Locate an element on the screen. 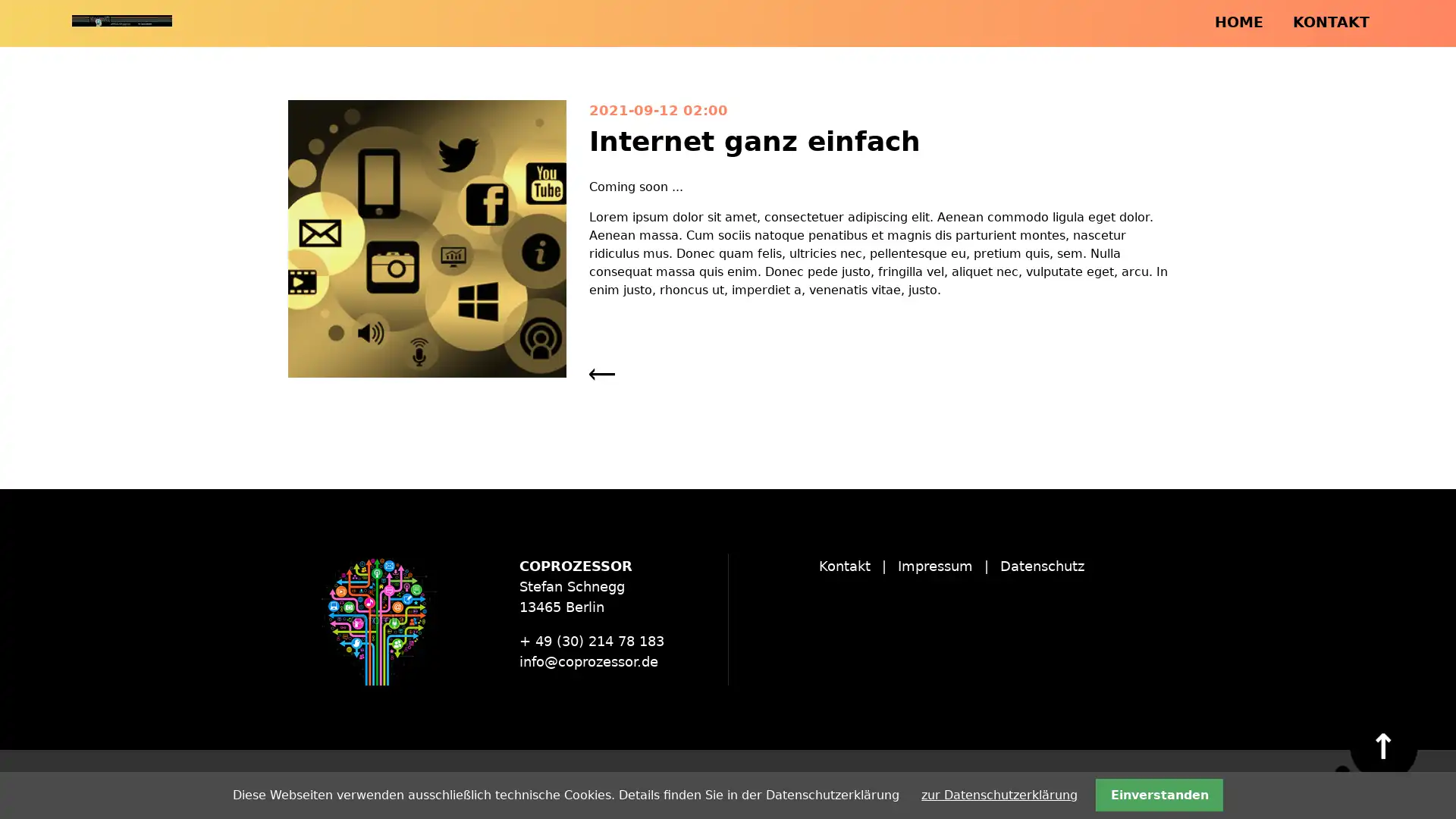 Image resolution: width=1456 pixels, height=819 pixels. Einverstanden is located at coordinates (1158, 794).